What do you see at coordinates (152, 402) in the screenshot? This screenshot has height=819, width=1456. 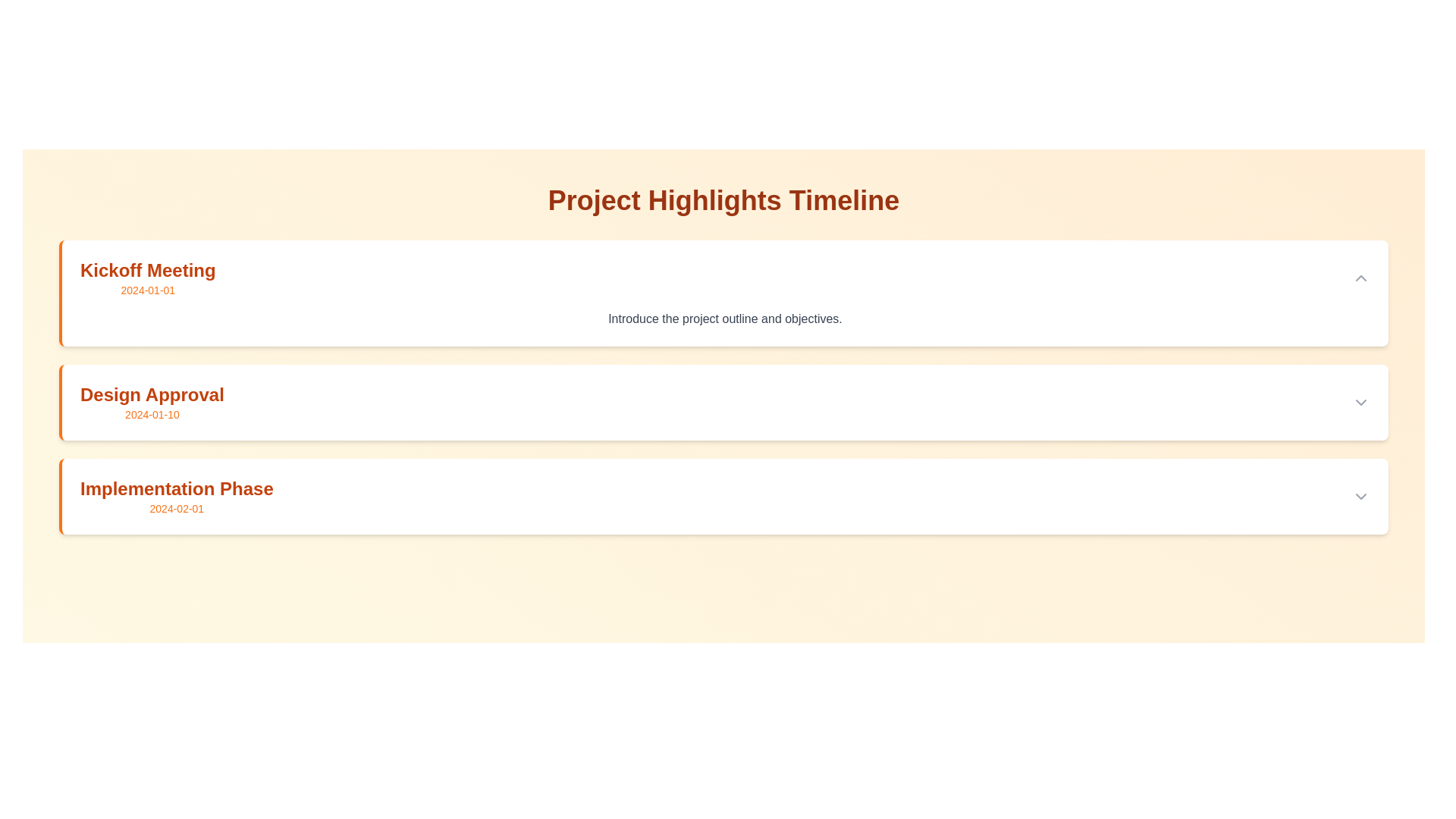 I see `the 'Design Approval' milestone text label located in the second section of the 'Project Highlights Timeline' list` at bounding box center [152, 402].